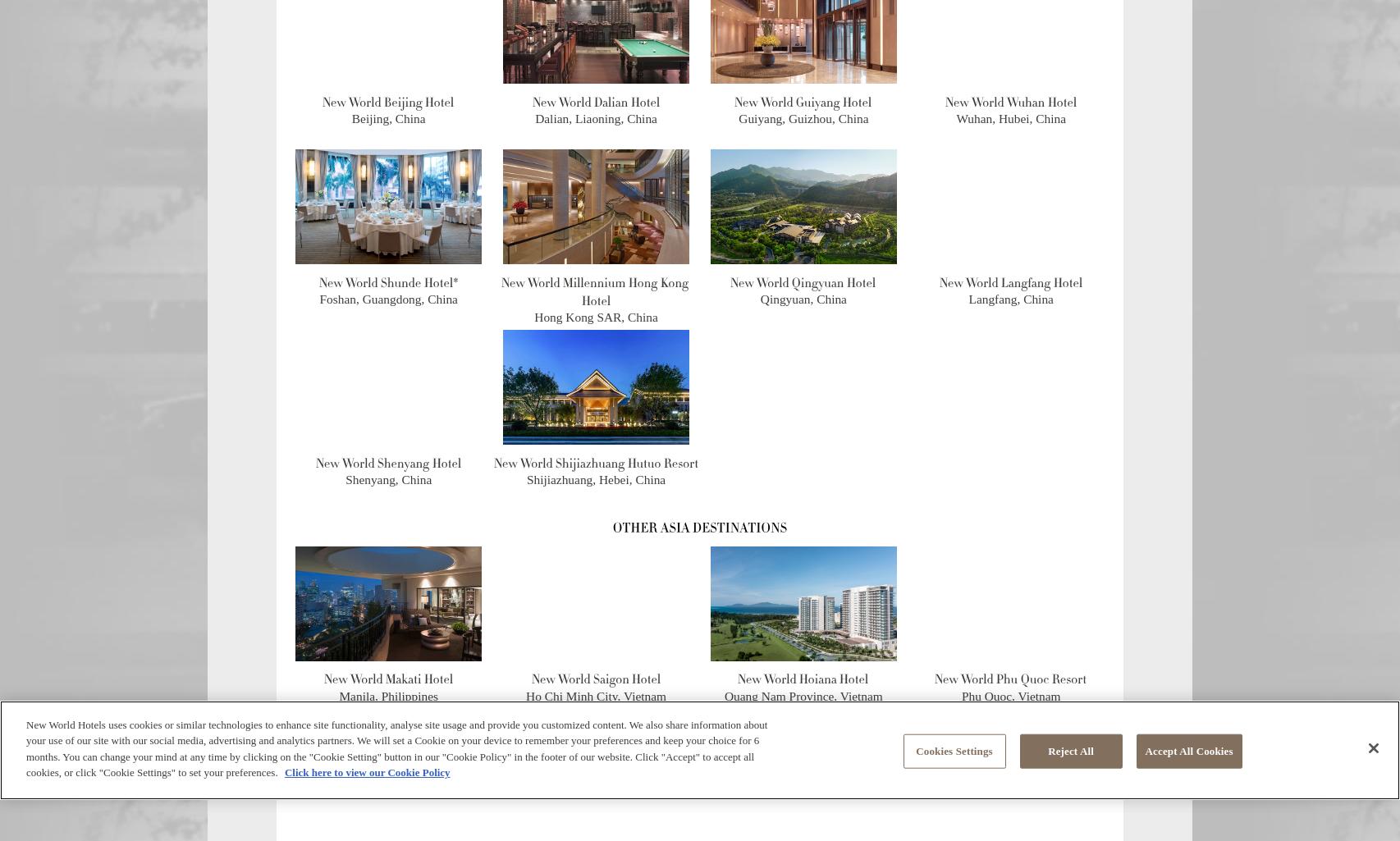 The height and width of the screenshot is (841, 1400). What do you see at coordinates (1010, 298) in the screenshot?
I see `'Langfang, China'` at bounding box center [1010, 298].